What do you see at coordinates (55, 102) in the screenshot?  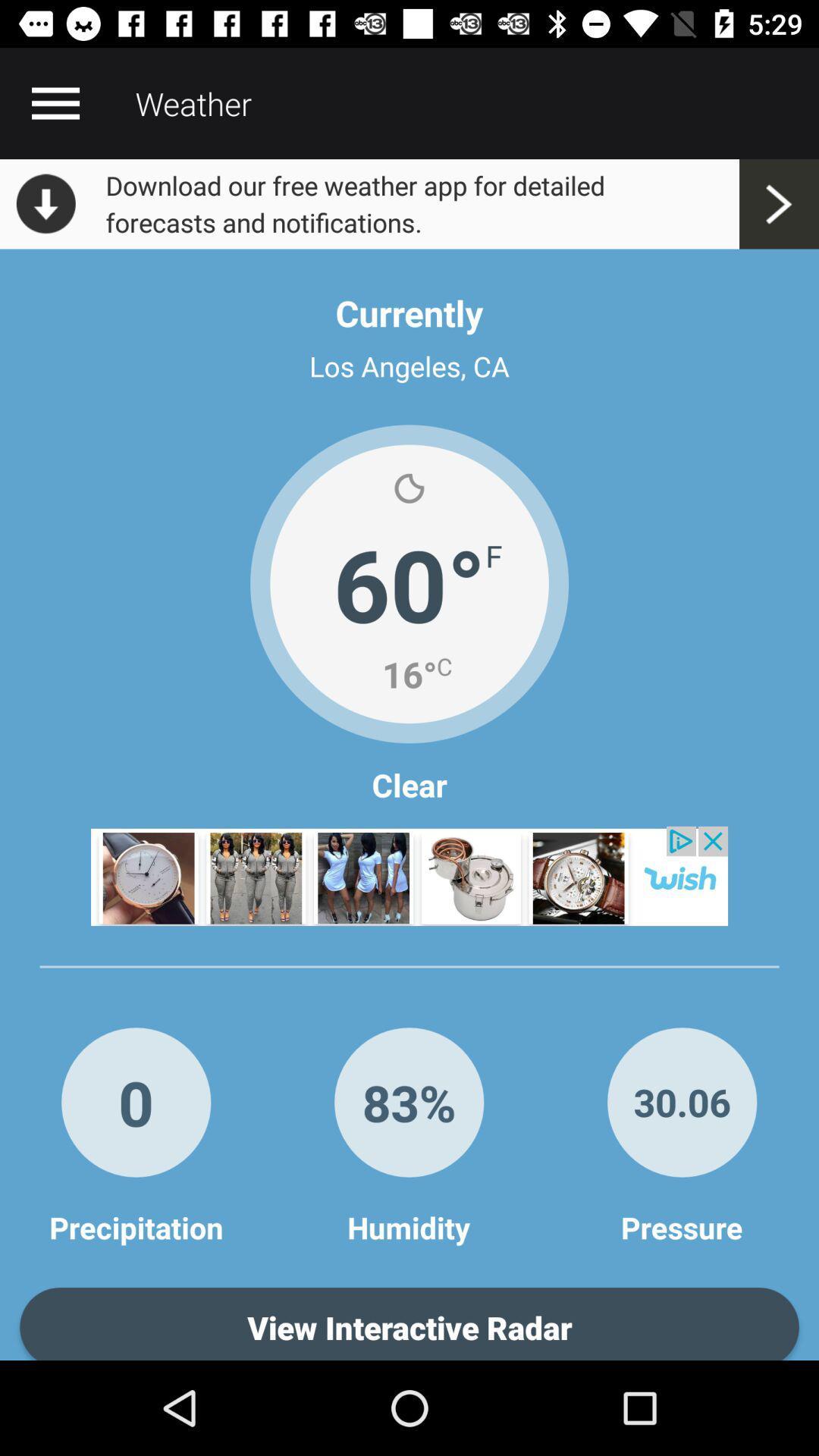 I see `menu option` at bounding box center [55, 102].